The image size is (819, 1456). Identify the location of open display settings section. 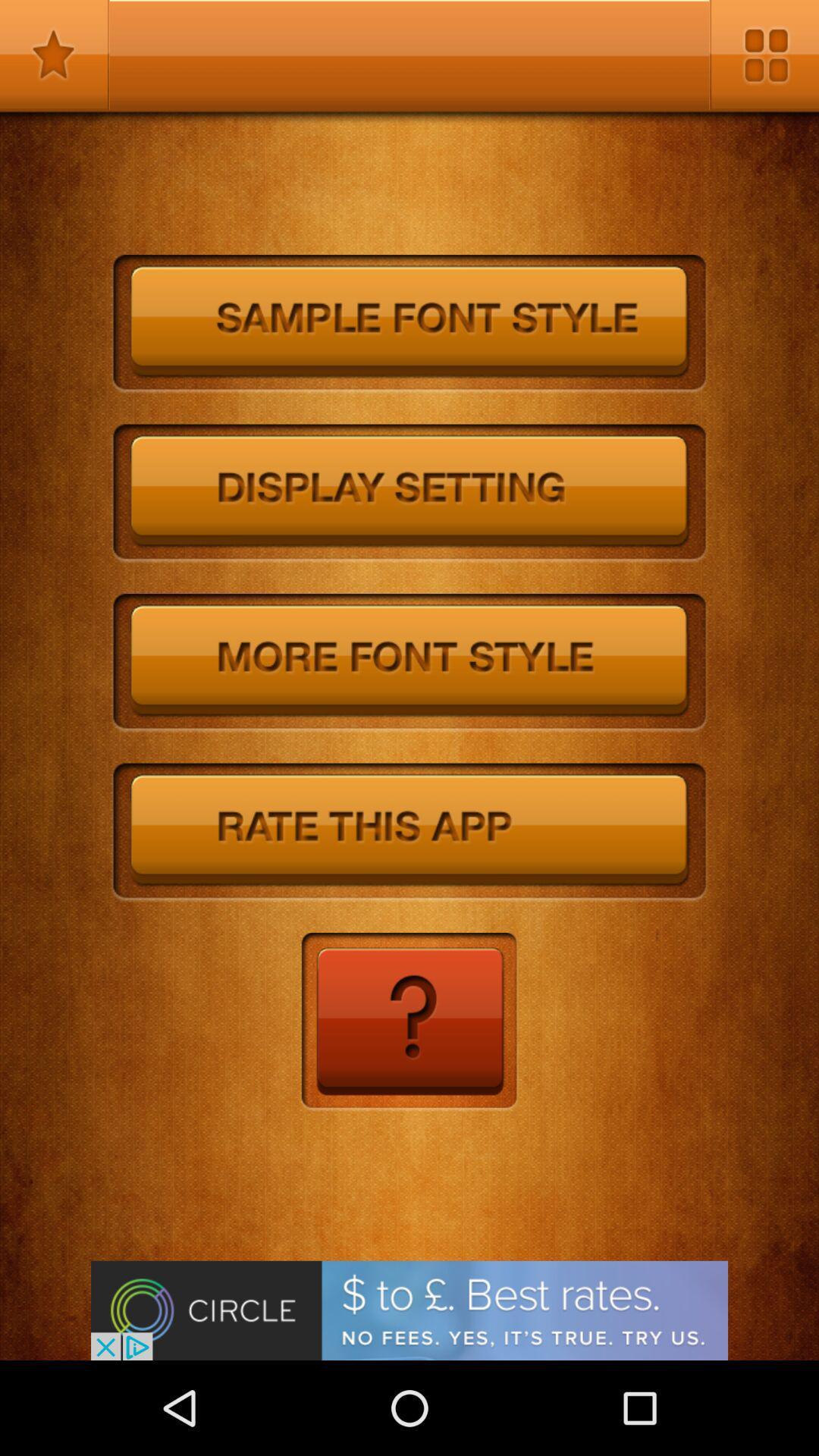
(409, 494).